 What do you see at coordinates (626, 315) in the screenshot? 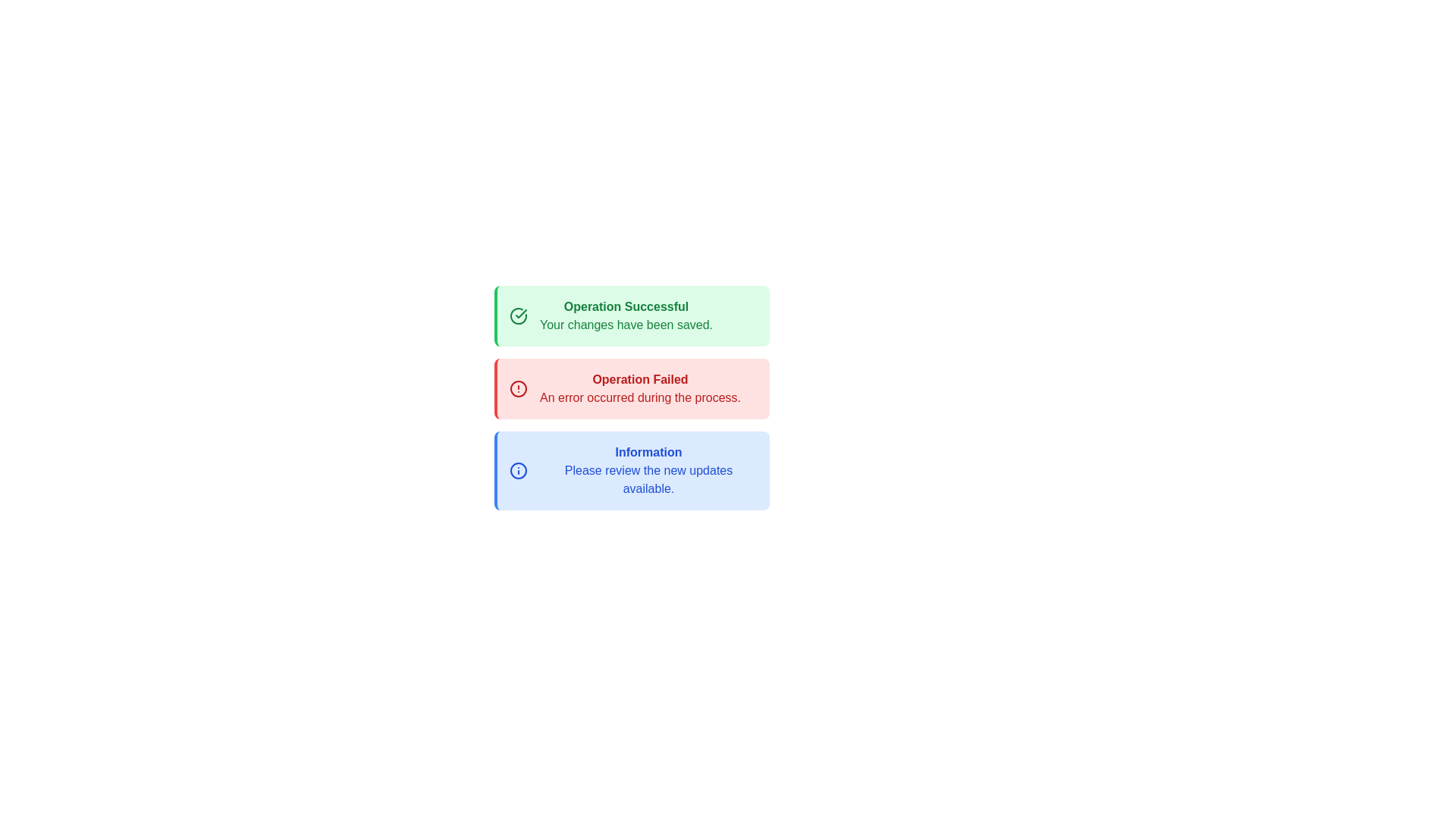
I see `the success notification message displayed in the topmost light green notification box, which indicates that changes have been saved` at bounding box center [626, 315].